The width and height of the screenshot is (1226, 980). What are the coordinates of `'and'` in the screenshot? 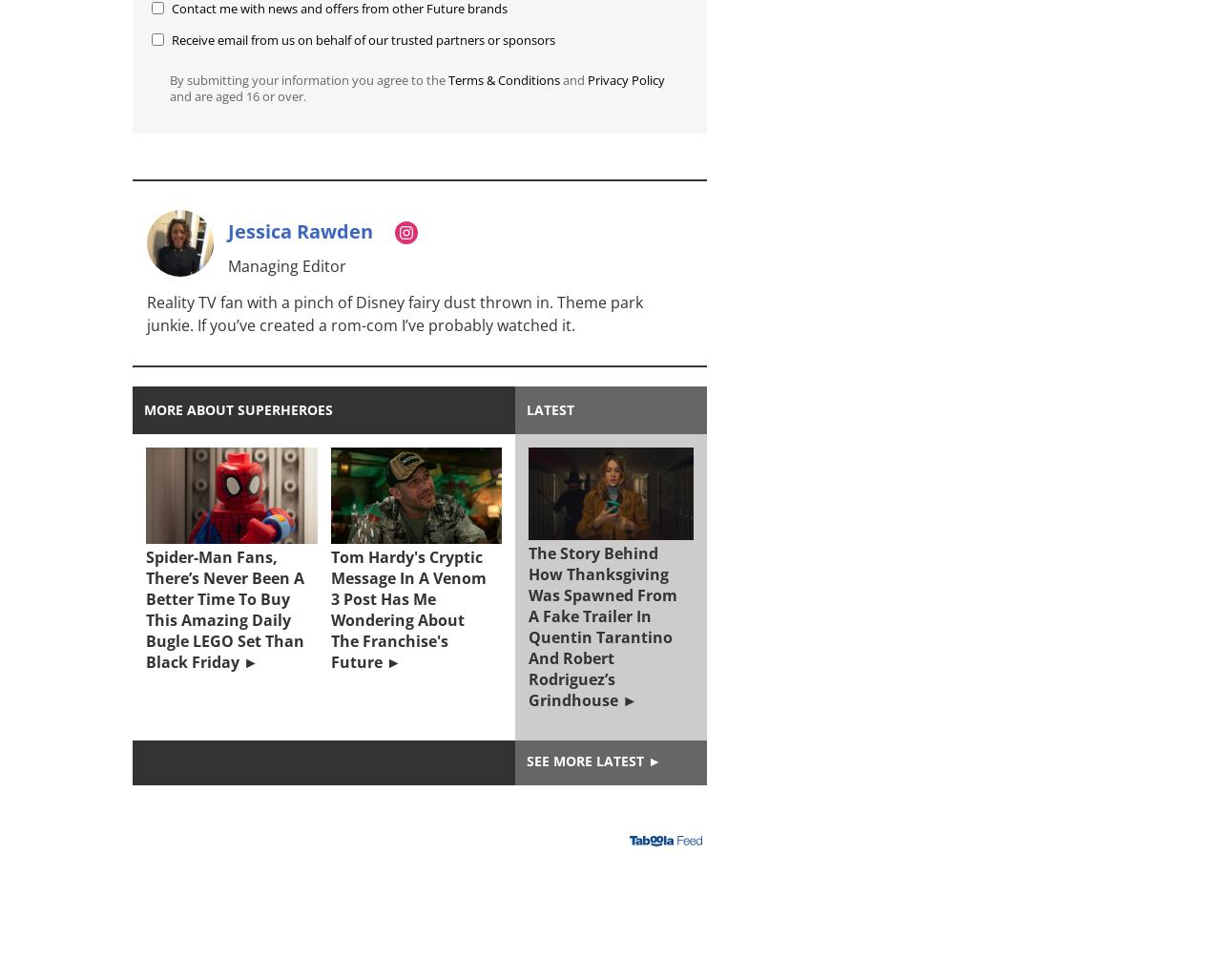 It's located at (573, 79).